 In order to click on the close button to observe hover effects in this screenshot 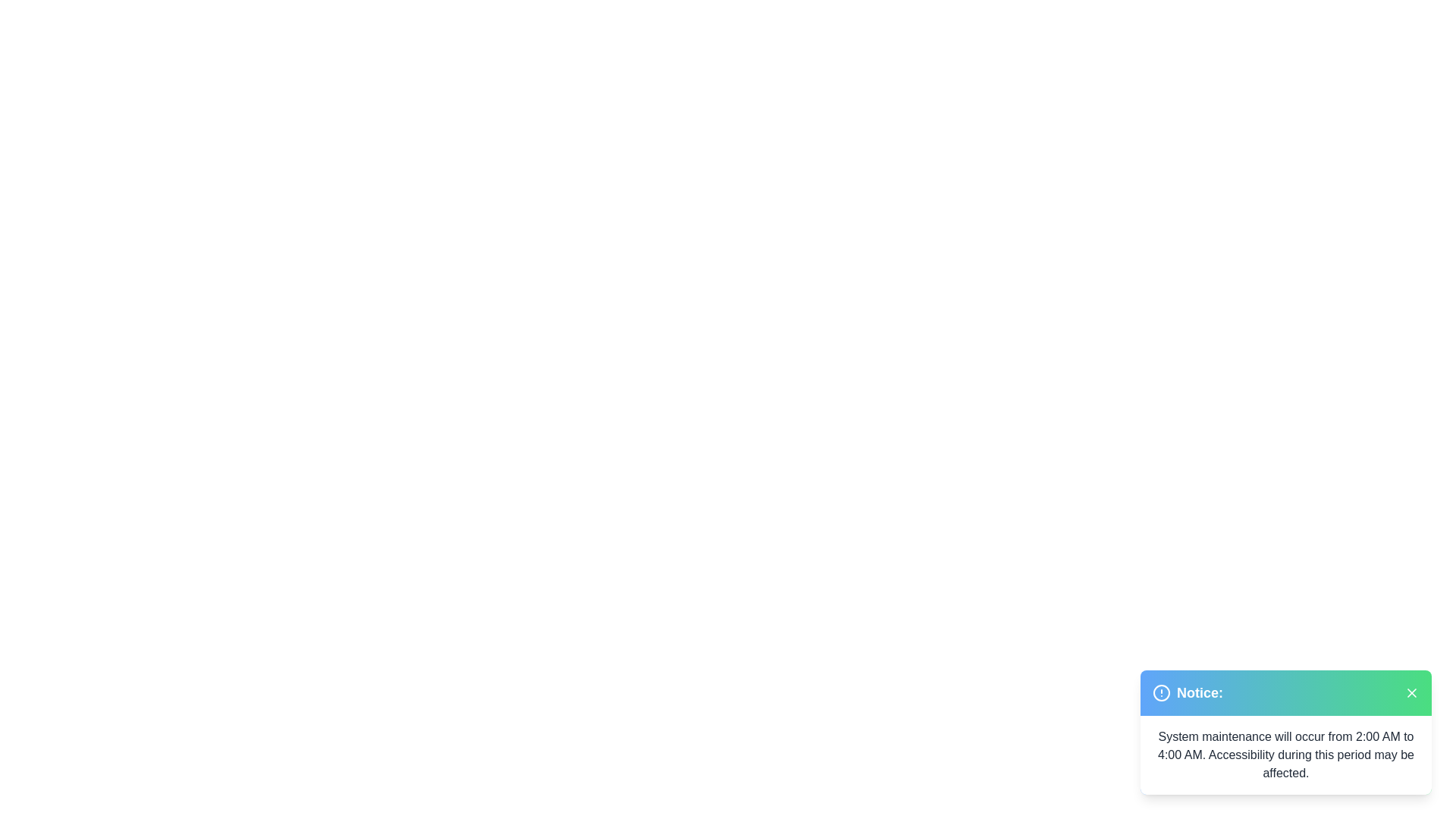, I will do `click(1411, 693)`.